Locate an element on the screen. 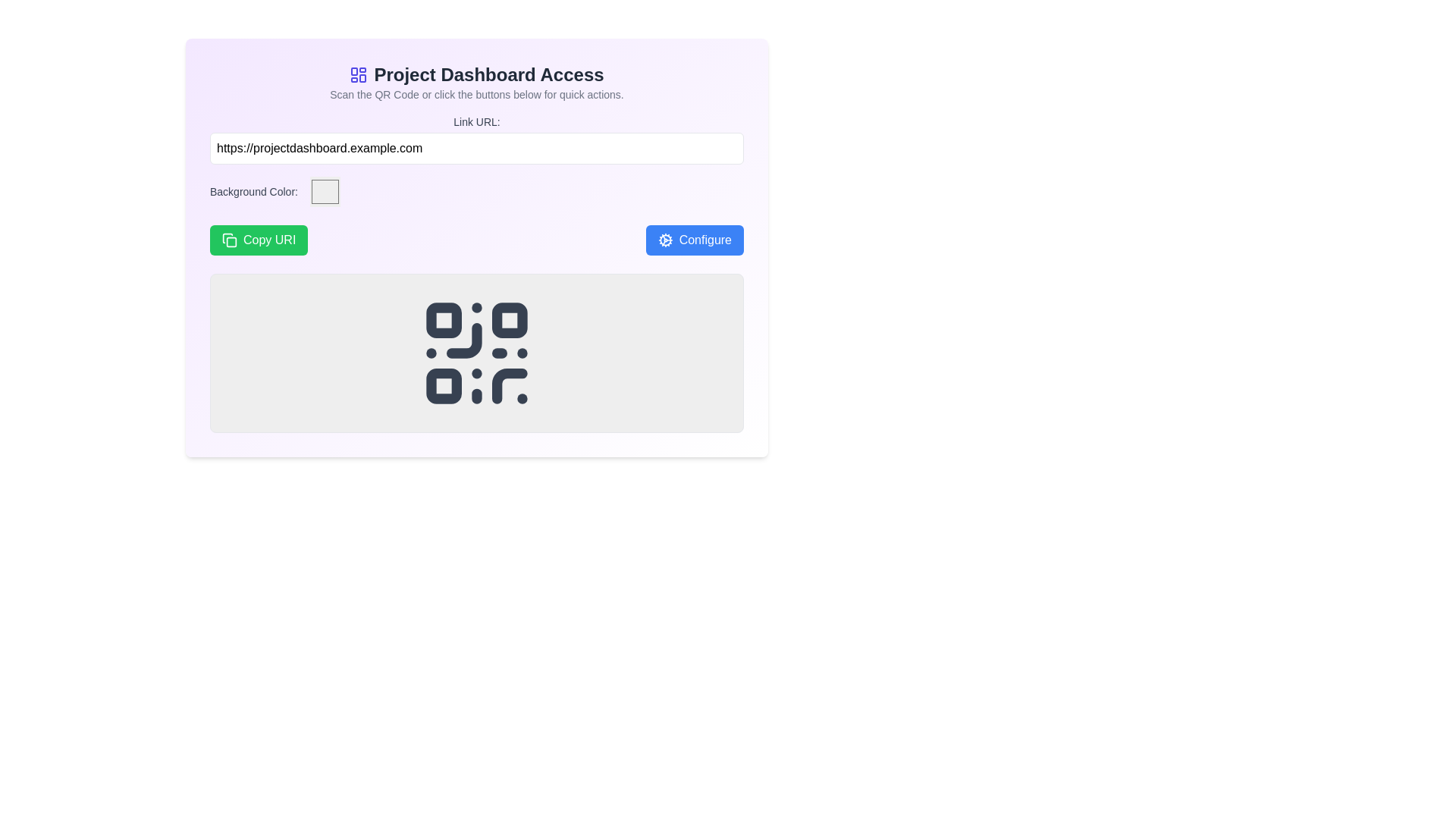 Image resolution: width=1456 pixels, height=819 pixels. the upper-left rectangular block of the dashboard layout icon, which is part of a grid of four rectangles is located at coordinates (353, 71).